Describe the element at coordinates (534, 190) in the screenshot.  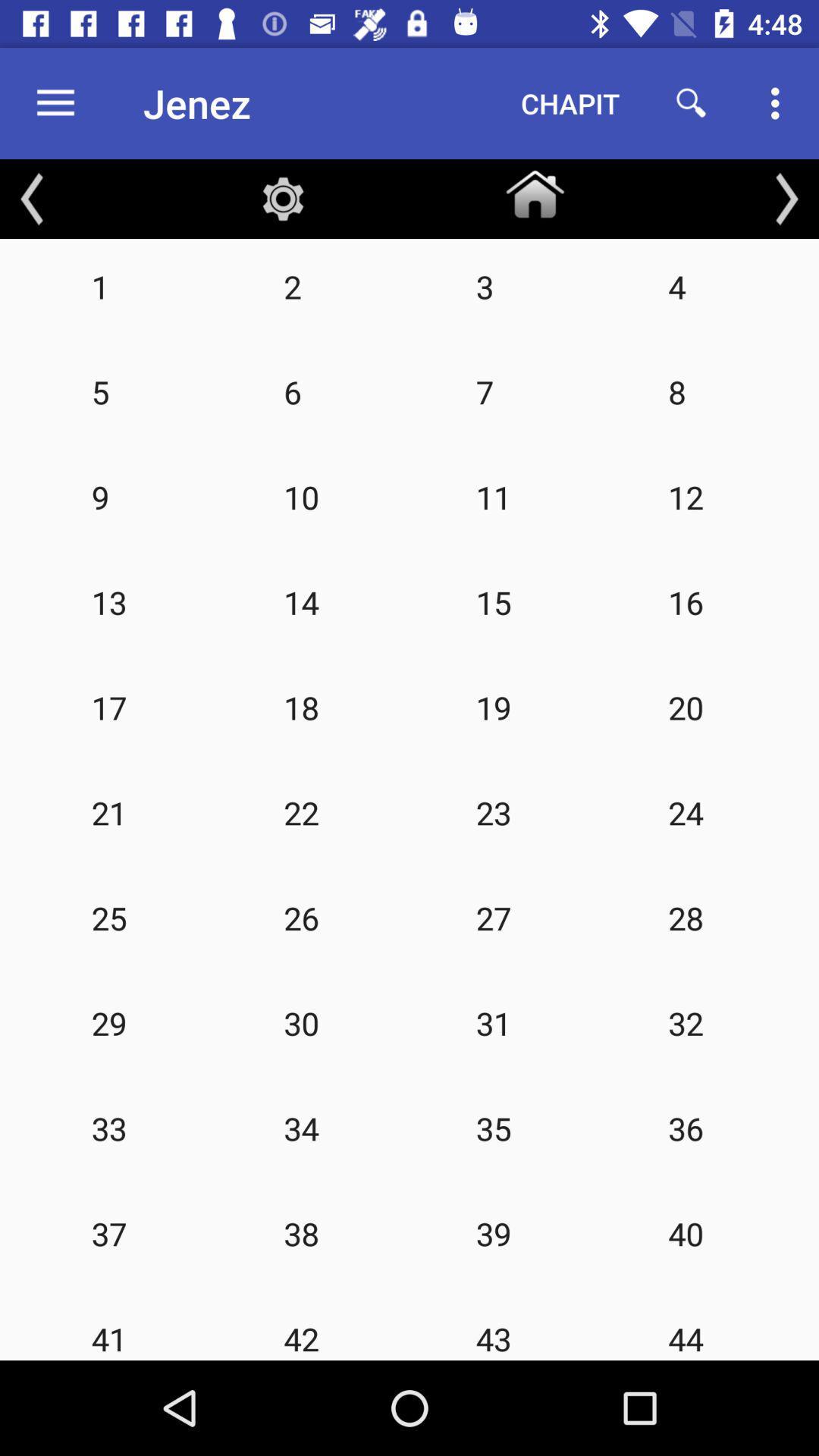
I see `the home icon` at that location.